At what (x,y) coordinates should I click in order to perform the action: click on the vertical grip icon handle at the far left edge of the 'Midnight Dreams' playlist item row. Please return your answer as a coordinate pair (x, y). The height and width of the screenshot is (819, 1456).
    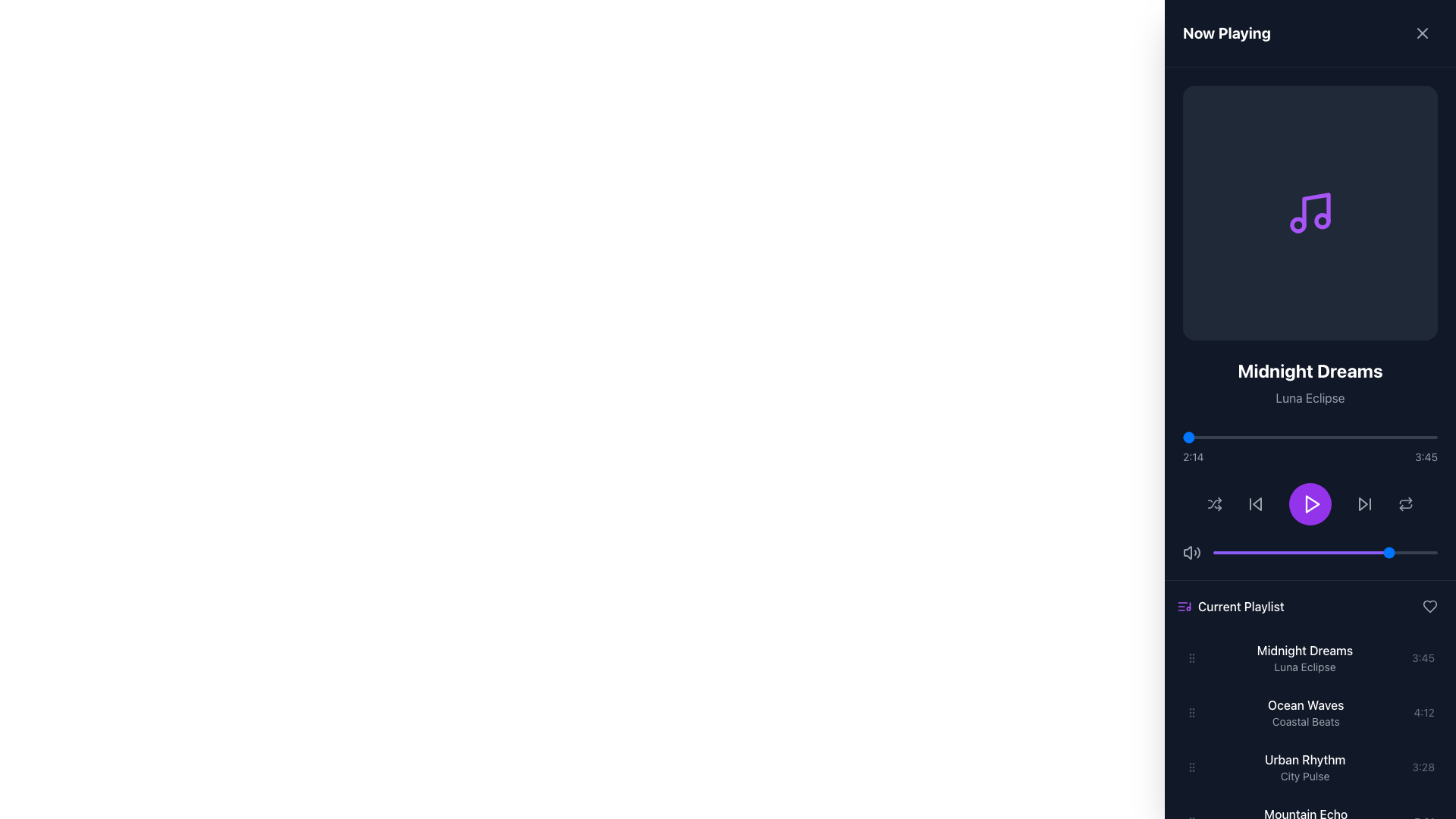
    Looking at the image, I should click on (1191, 657).